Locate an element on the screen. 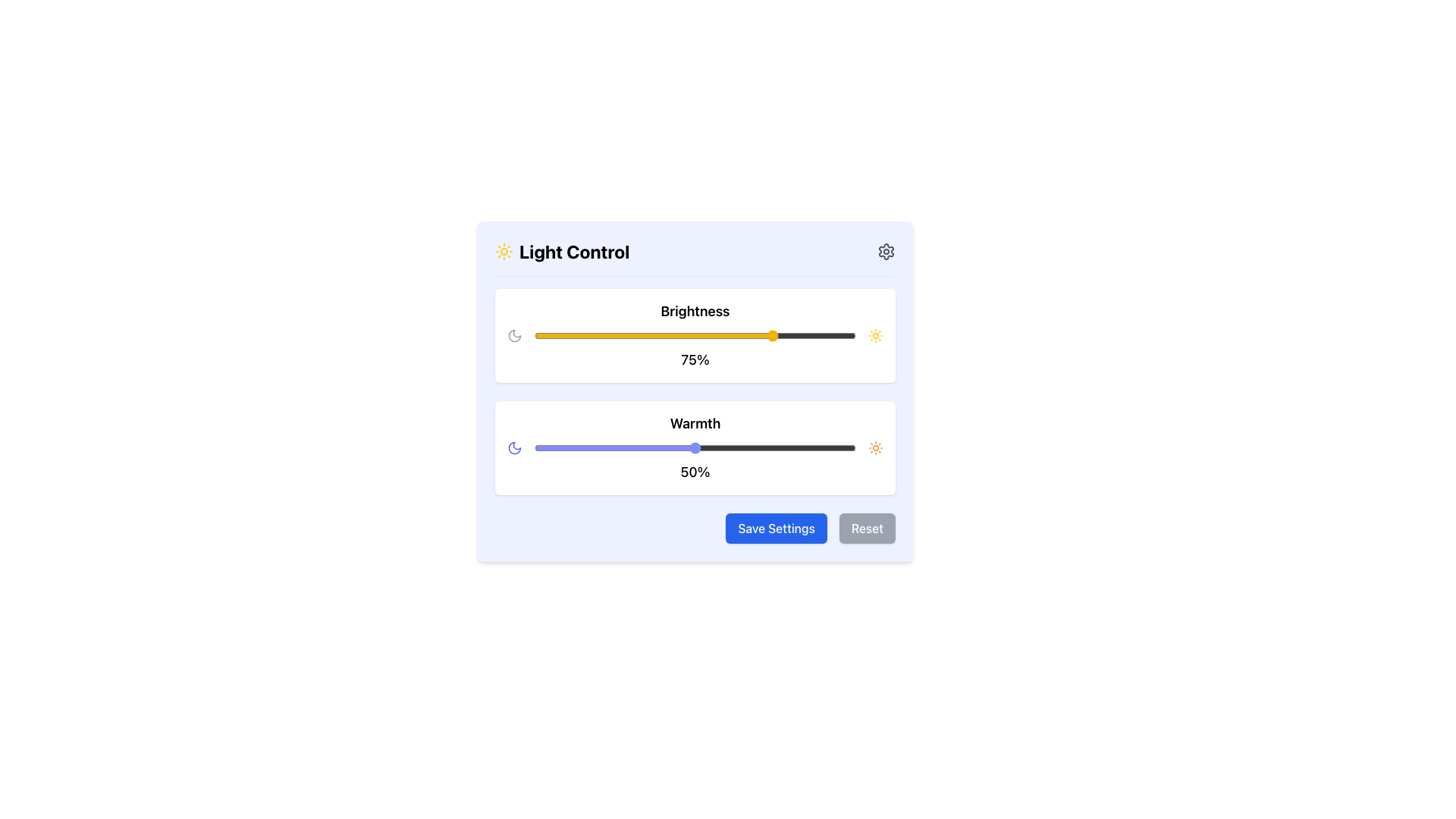  the orange sun-shaped icon located at the top right of the 'Light Control' interface is located at coordinates (876, 447).